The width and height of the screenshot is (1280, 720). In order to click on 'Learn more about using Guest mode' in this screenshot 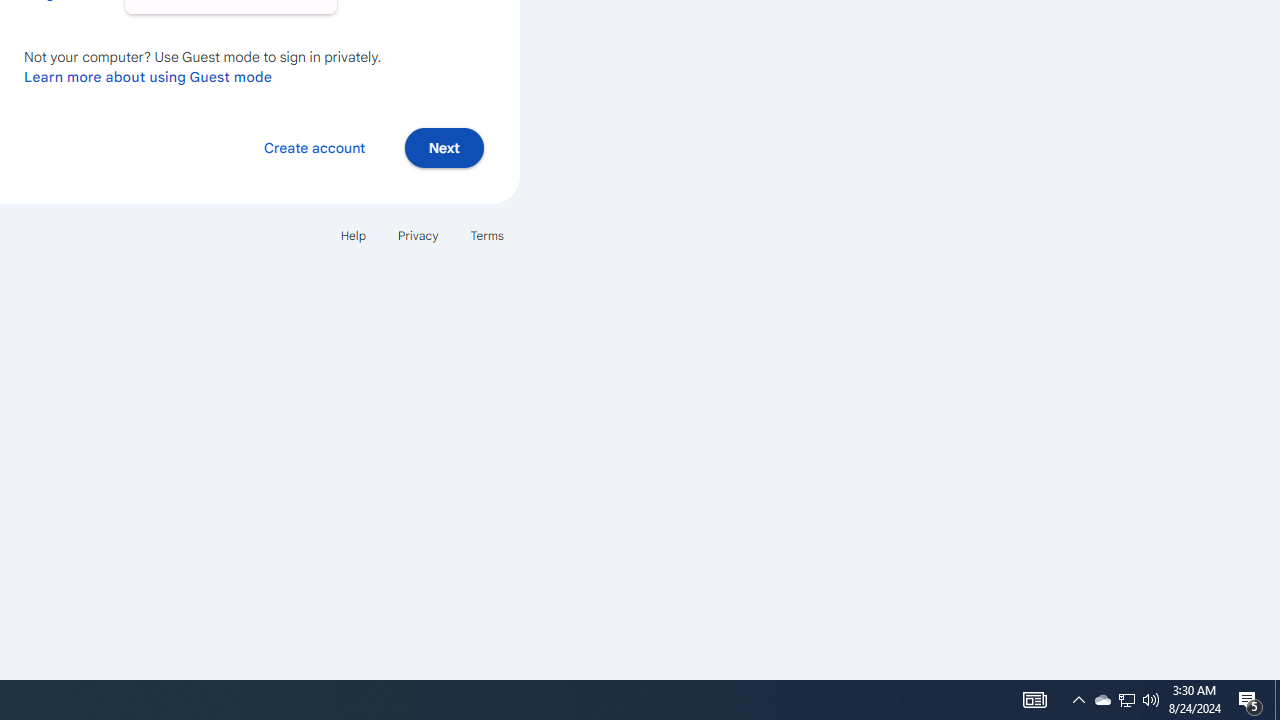, I will do `click(147, 75)`.